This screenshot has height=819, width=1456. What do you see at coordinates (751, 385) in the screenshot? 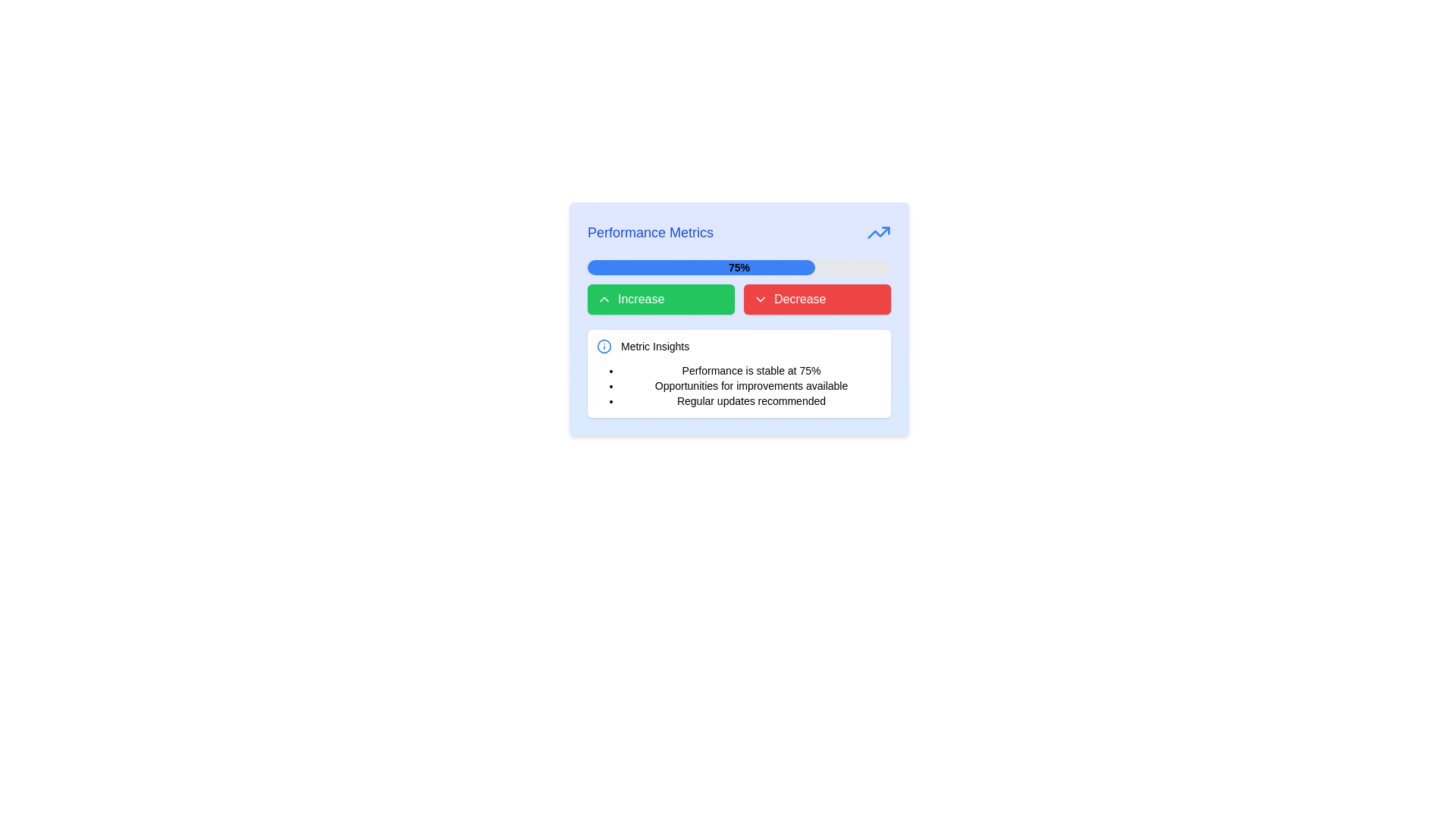
I see `the second item in the 'Metric Insights' bulleted list, which provides descriptive information related to performance metrics` at bounding box center [751, 385].